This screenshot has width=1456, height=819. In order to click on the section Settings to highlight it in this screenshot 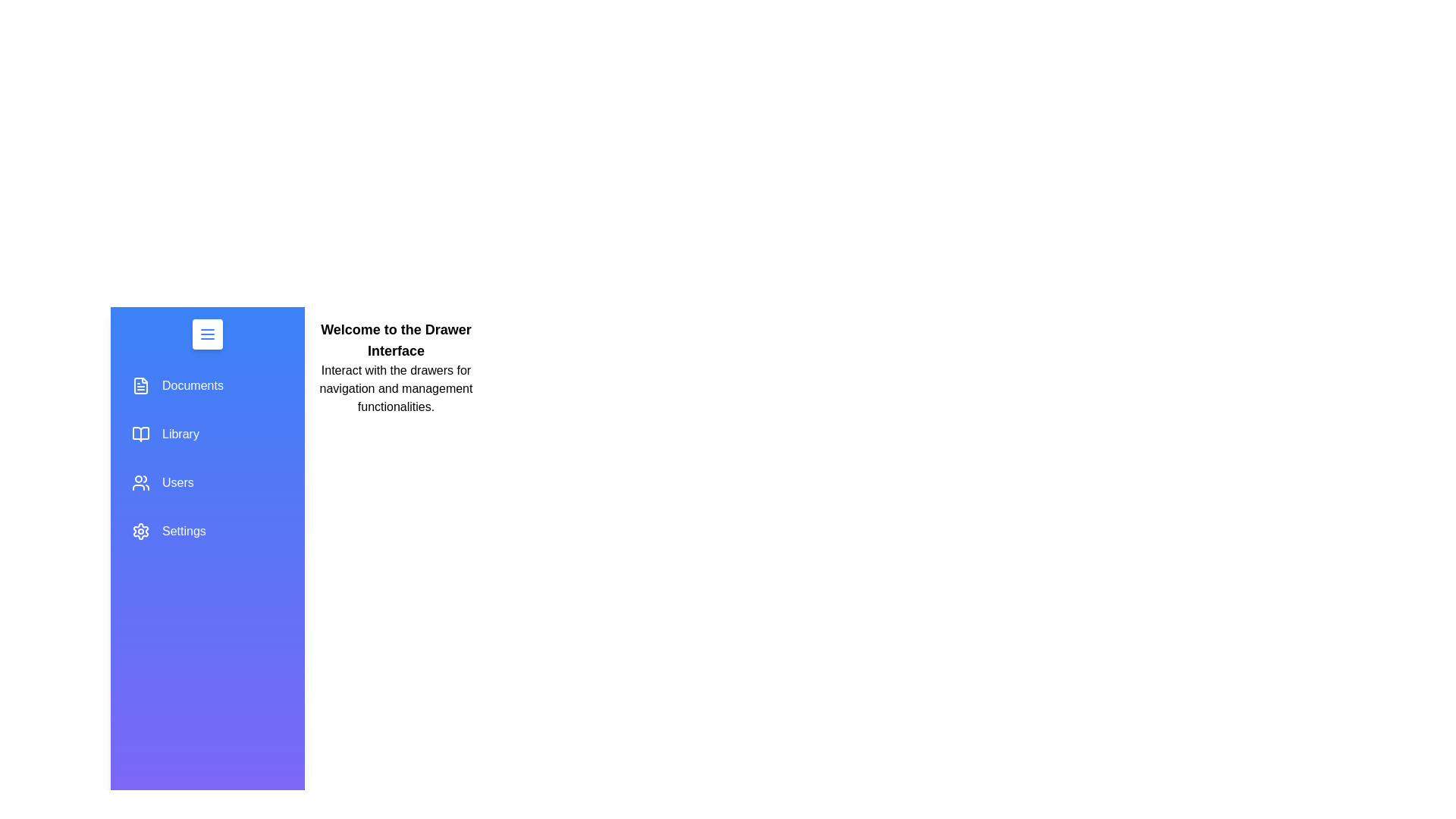, I will do `click(206, 531)`.